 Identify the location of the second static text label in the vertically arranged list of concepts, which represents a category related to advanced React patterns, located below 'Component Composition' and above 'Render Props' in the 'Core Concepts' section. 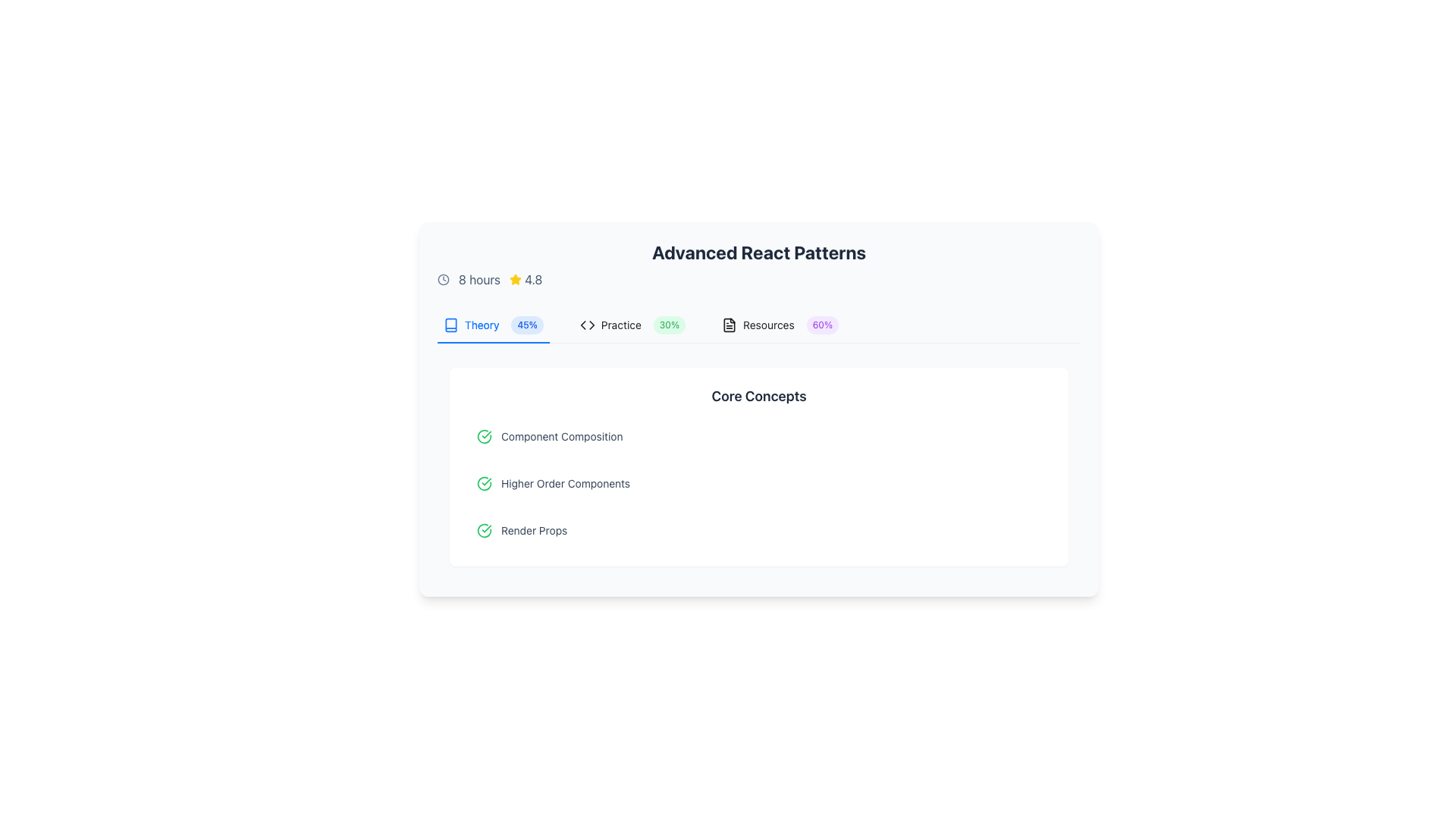
(565, 483).